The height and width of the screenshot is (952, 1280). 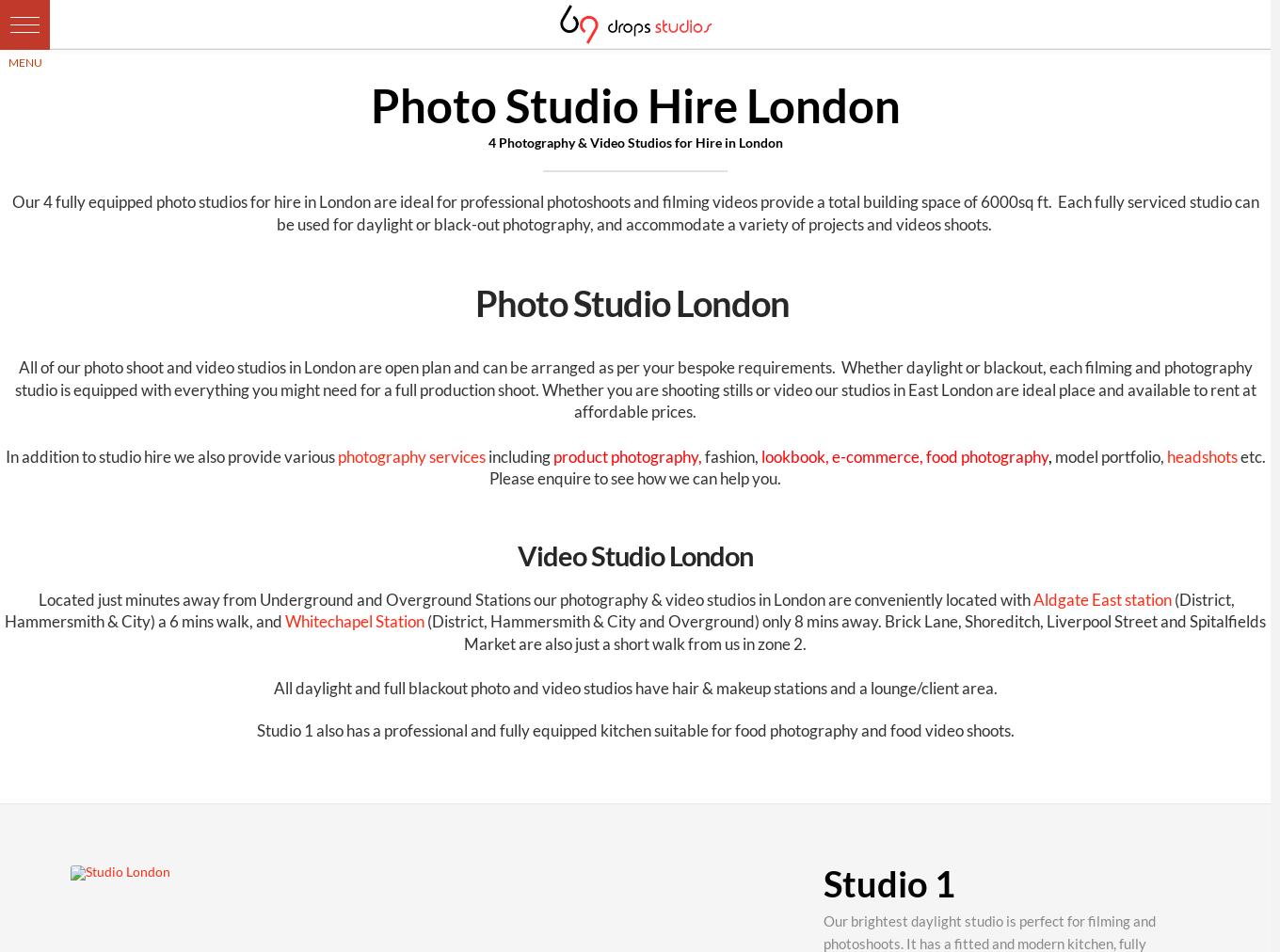 What do you see at coordinates (633, 302) in the screenshot?
I see `'Photo Studio London'` at bounding box center [633, 302].